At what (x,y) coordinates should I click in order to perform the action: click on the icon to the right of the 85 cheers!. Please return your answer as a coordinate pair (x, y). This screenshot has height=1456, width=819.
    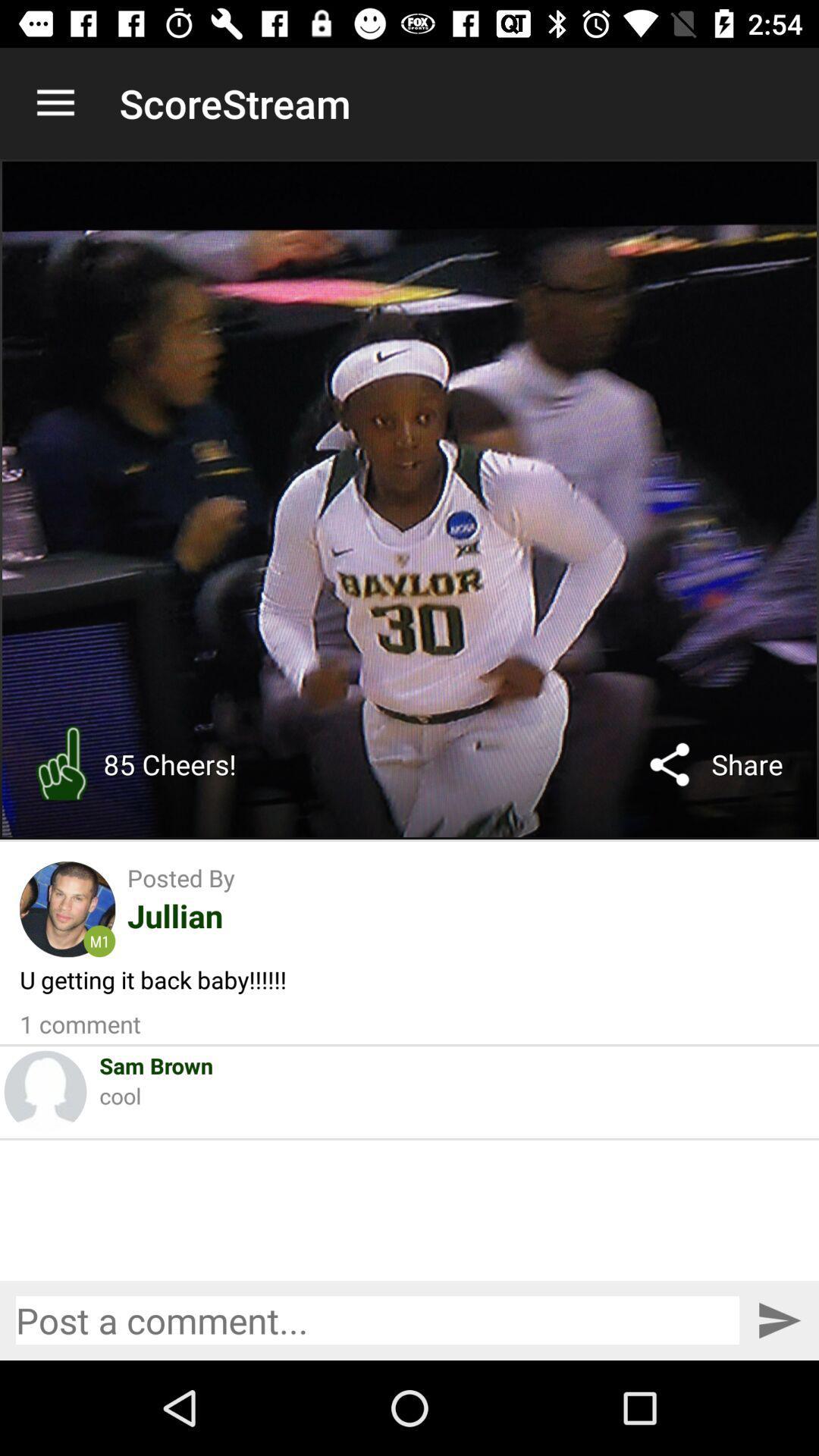
    Looking at the image, I should click on (669, 764).